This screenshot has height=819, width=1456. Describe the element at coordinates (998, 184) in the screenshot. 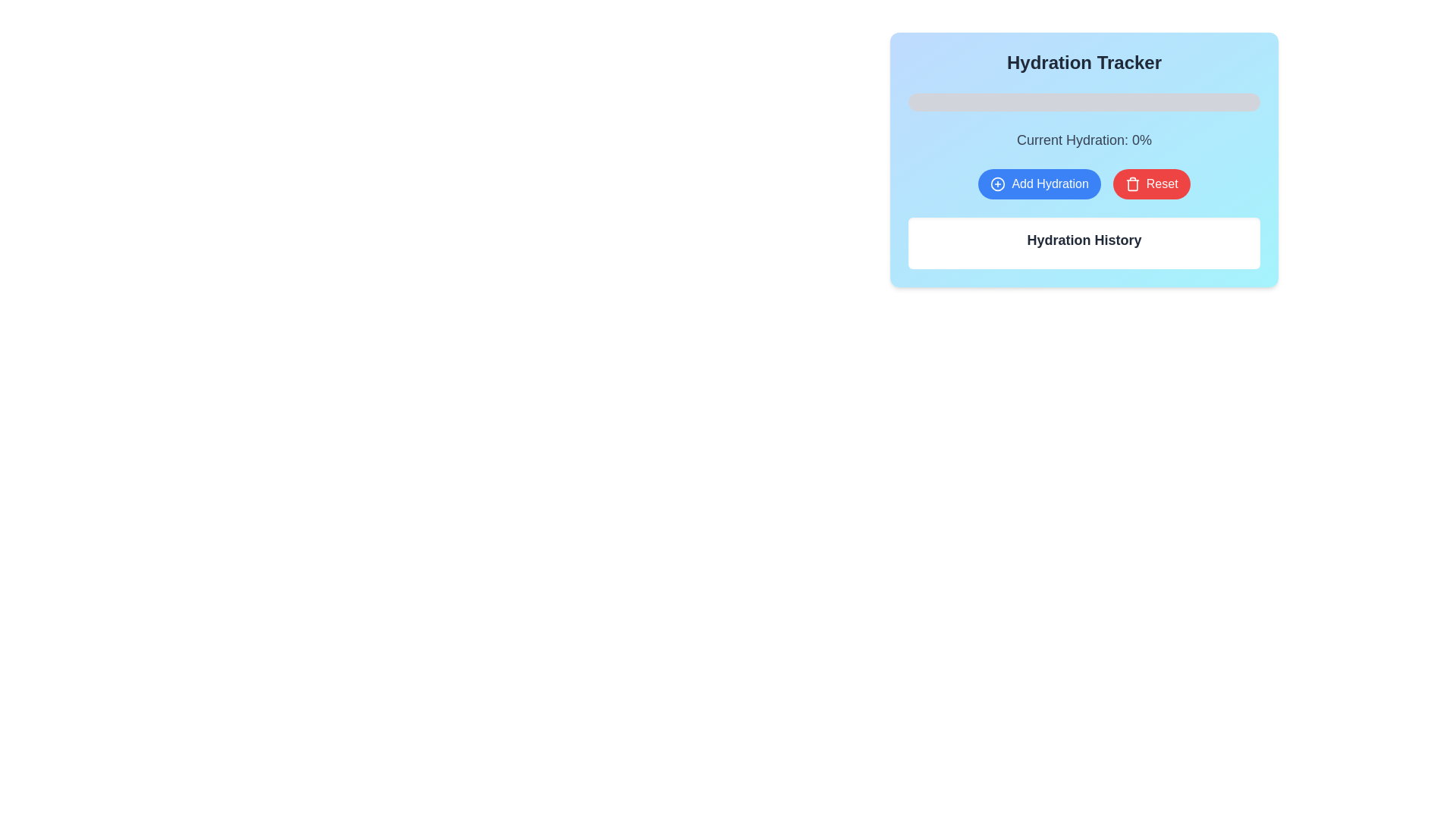

I see `the blue circle icon with a plus sign located to the left of the 'Add Hydration' text on the blue button` at that location.